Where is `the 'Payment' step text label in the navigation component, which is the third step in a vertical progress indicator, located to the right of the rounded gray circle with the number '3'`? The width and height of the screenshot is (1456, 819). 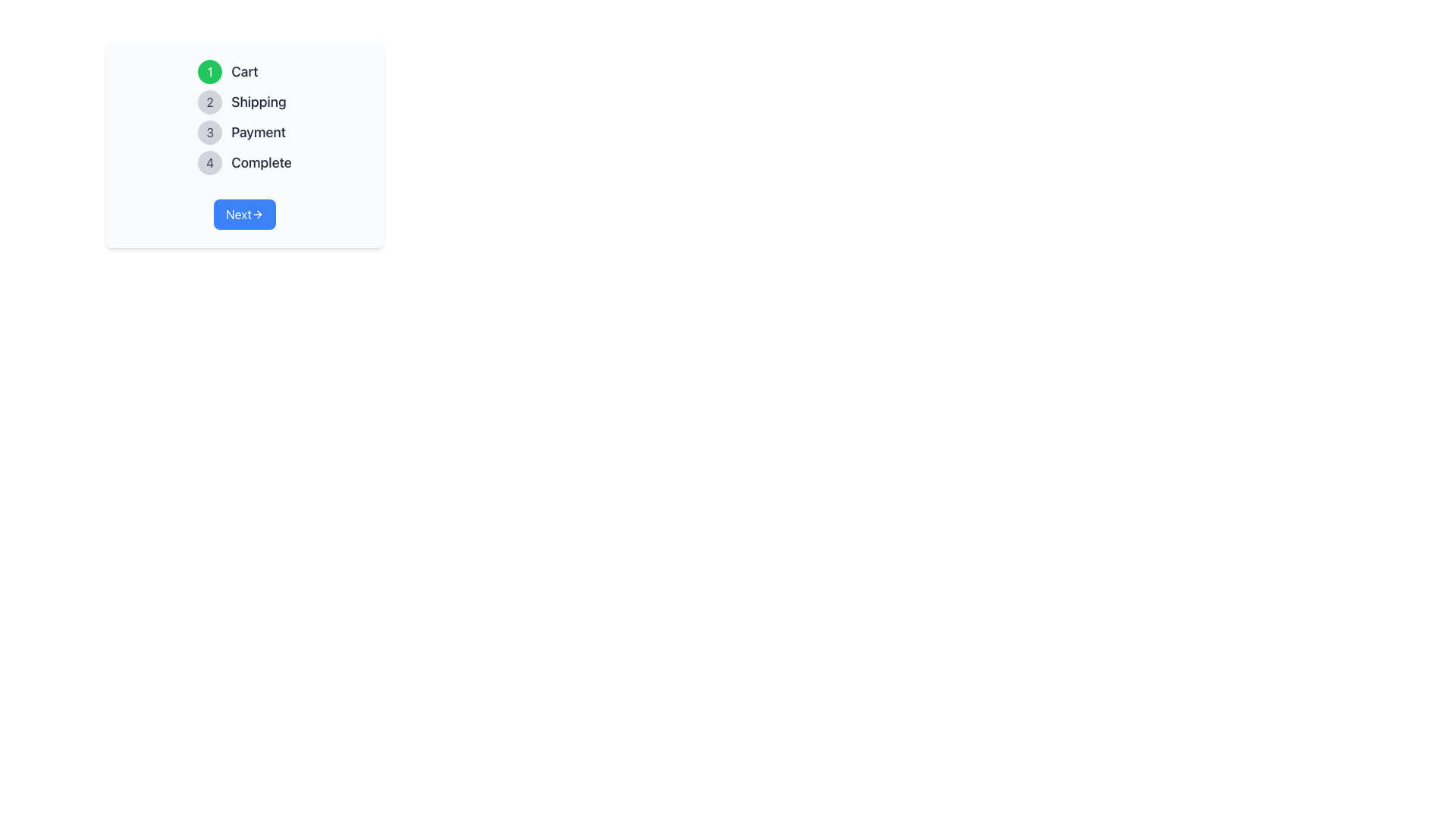 the 'Payment' step text label in the navigation component, which is the third step in a vertical progress indicator, located to the right of the rounded gray circle with the number '3' is located at coordinates (259, 131).